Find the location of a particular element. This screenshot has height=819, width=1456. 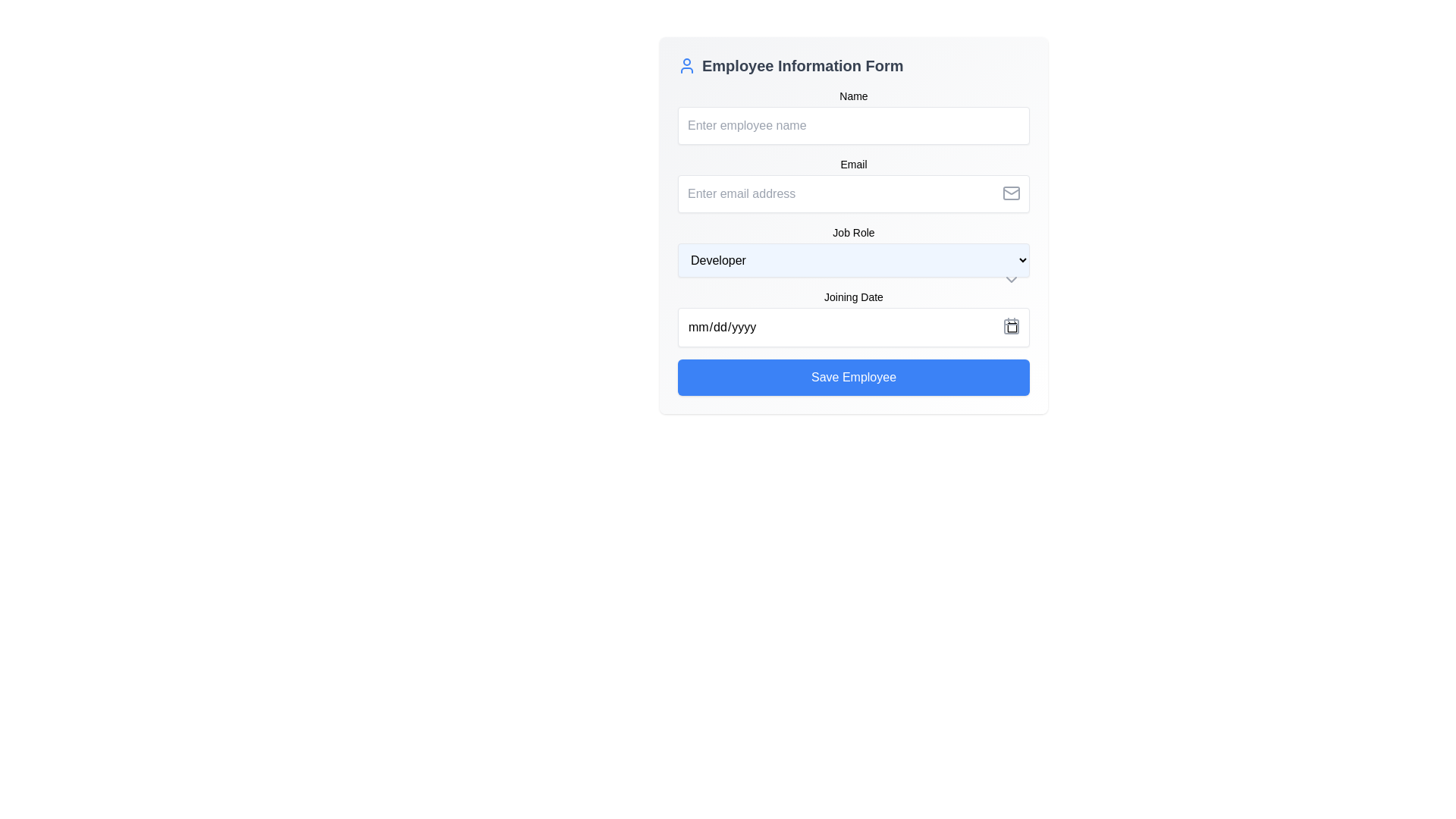

the downward-pointing gray chevron icon located at the right edge of the 'Job Role' selector field labeled 'Developer' is located at coordinates (1012, 280).